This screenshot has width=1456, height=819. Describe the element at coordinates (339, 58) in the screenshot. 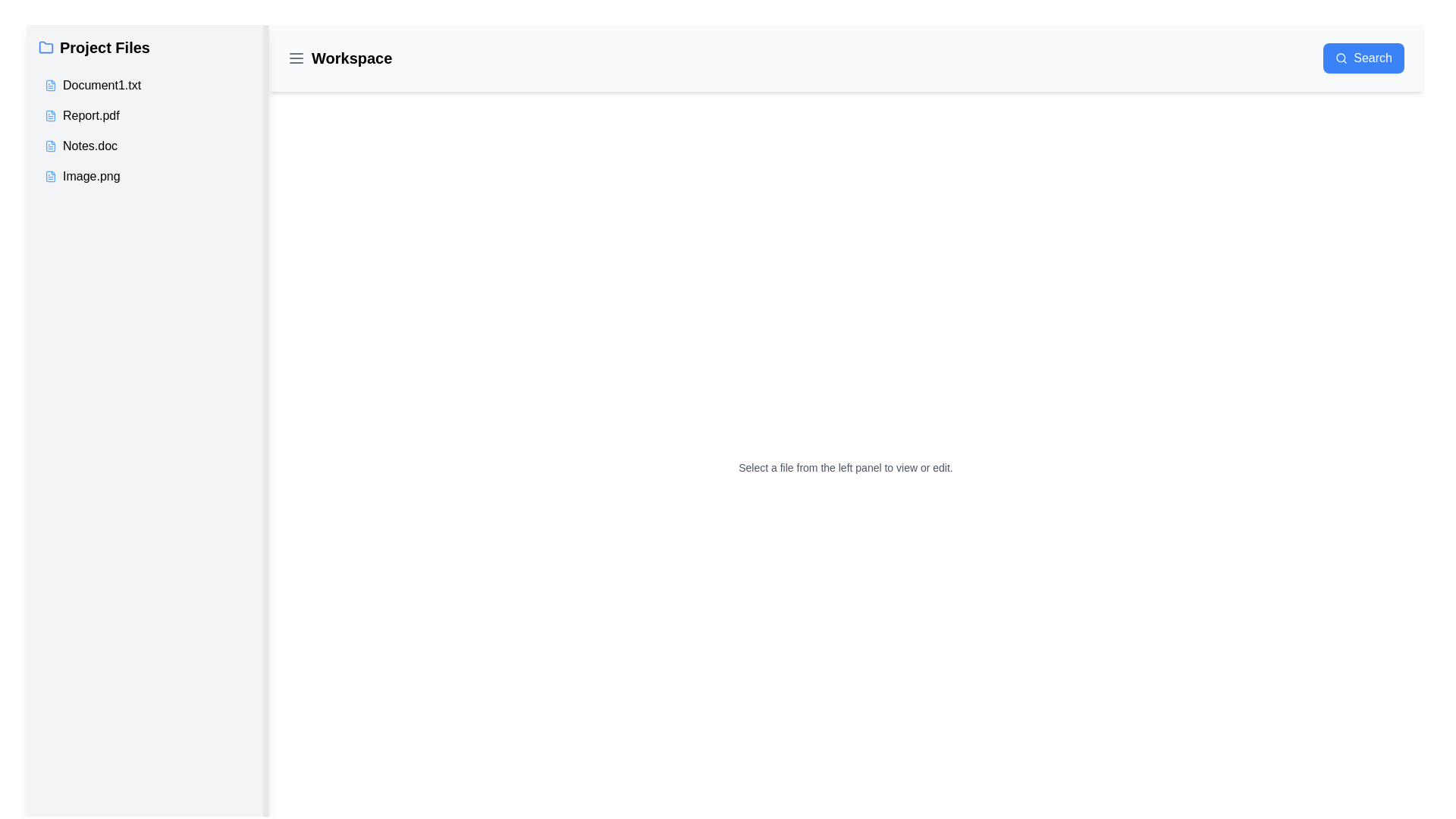

I see `the bold text label displaying 'Workspace' located in the header section of the application, to the right of the menu icon` at that location.